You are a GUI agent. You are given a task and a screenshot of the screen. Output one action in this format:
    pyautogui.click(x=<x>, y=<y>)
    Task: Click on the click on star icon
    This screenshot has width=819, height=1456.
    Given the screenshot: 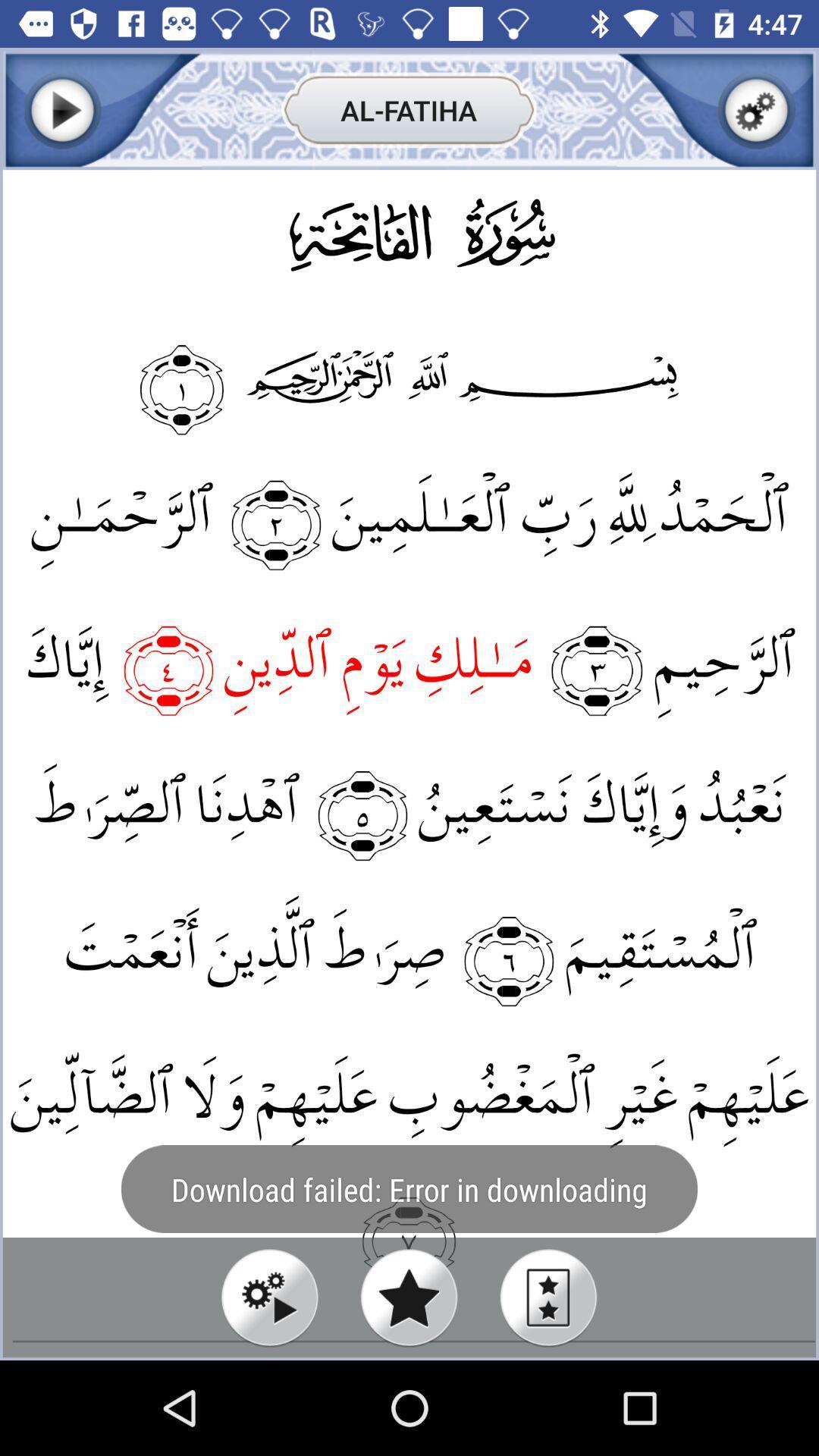 What is the action you would take?
    pyautogui.click(x=408, y=1297)
    